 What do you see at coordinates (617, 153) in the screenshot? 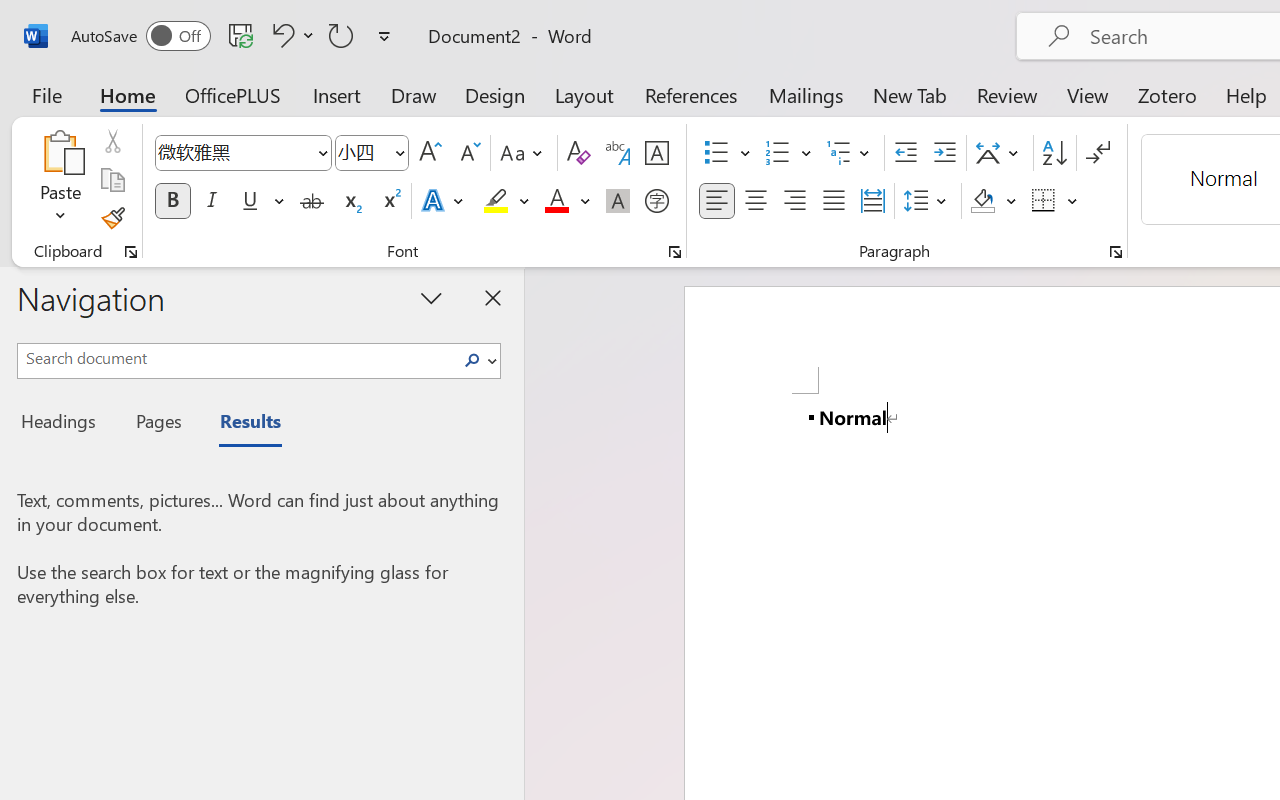
I see `'Phonetic Guide...'` at bounding box center [617, 153].